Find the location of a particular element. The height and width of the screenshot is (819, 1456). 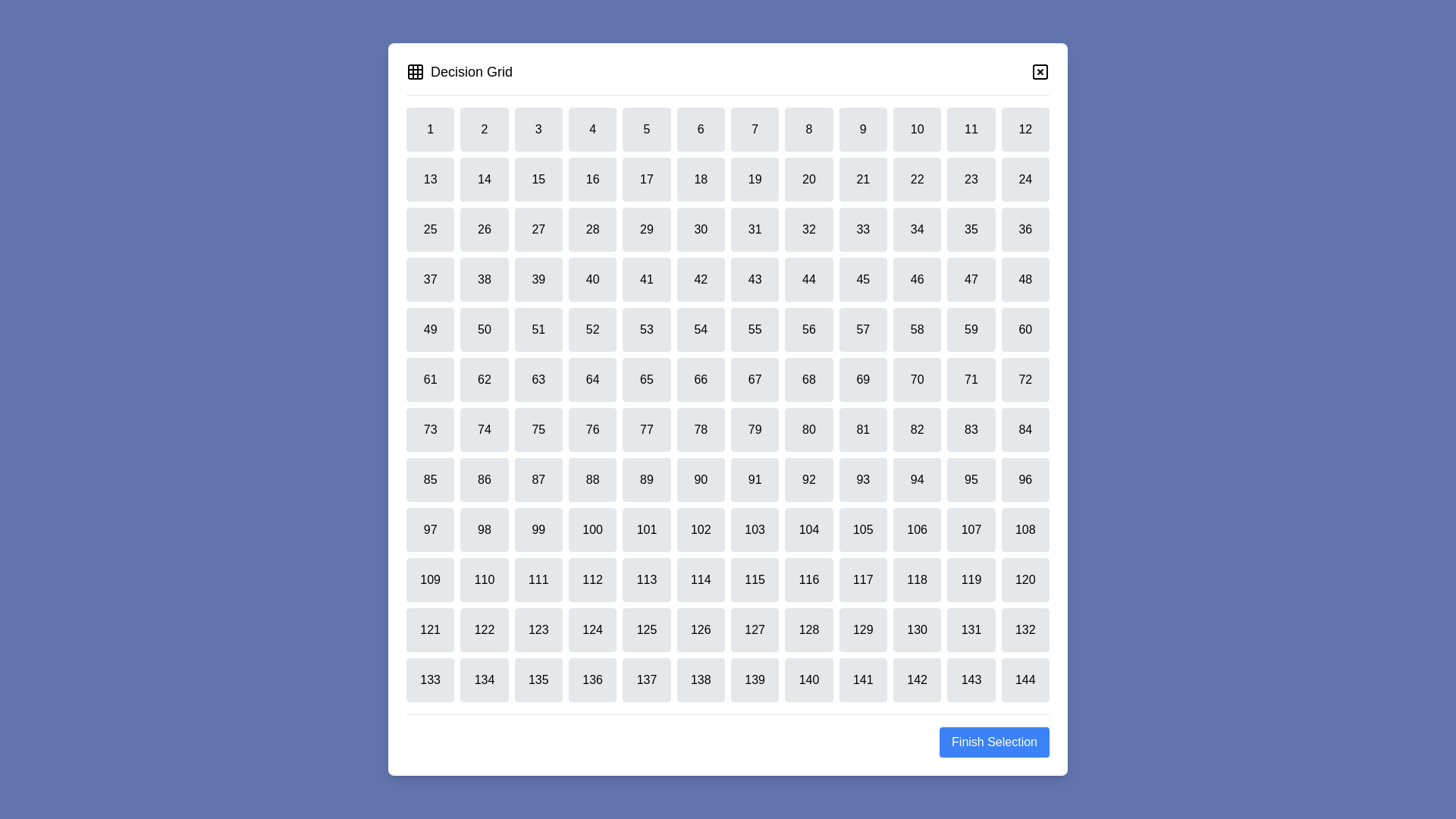

the close button (X) in the header to close the dialog is located at coordinates (1040, 72).